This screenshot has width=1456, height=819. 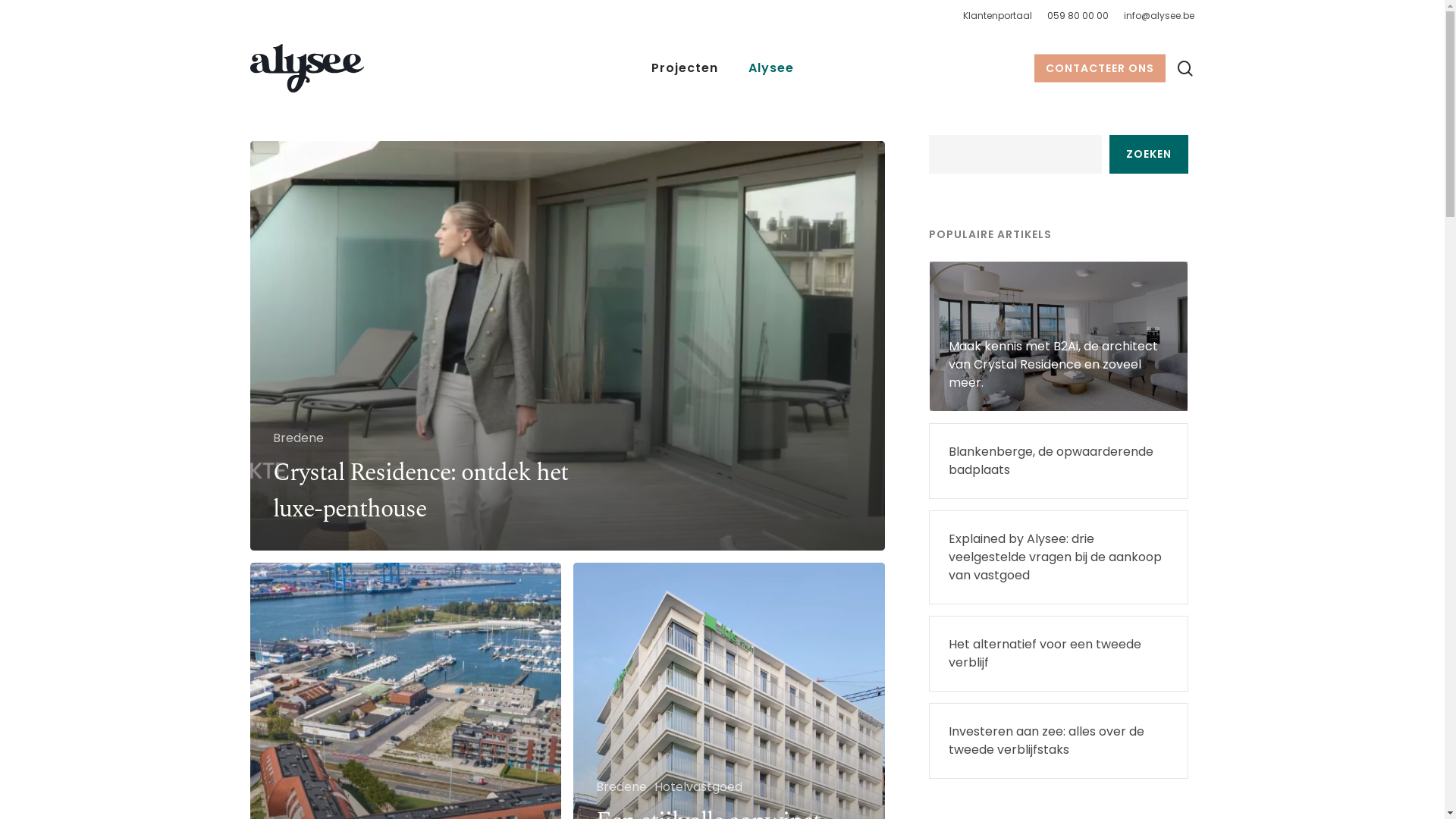 I want to click on 'Bredene', so click(x=621, y=786).